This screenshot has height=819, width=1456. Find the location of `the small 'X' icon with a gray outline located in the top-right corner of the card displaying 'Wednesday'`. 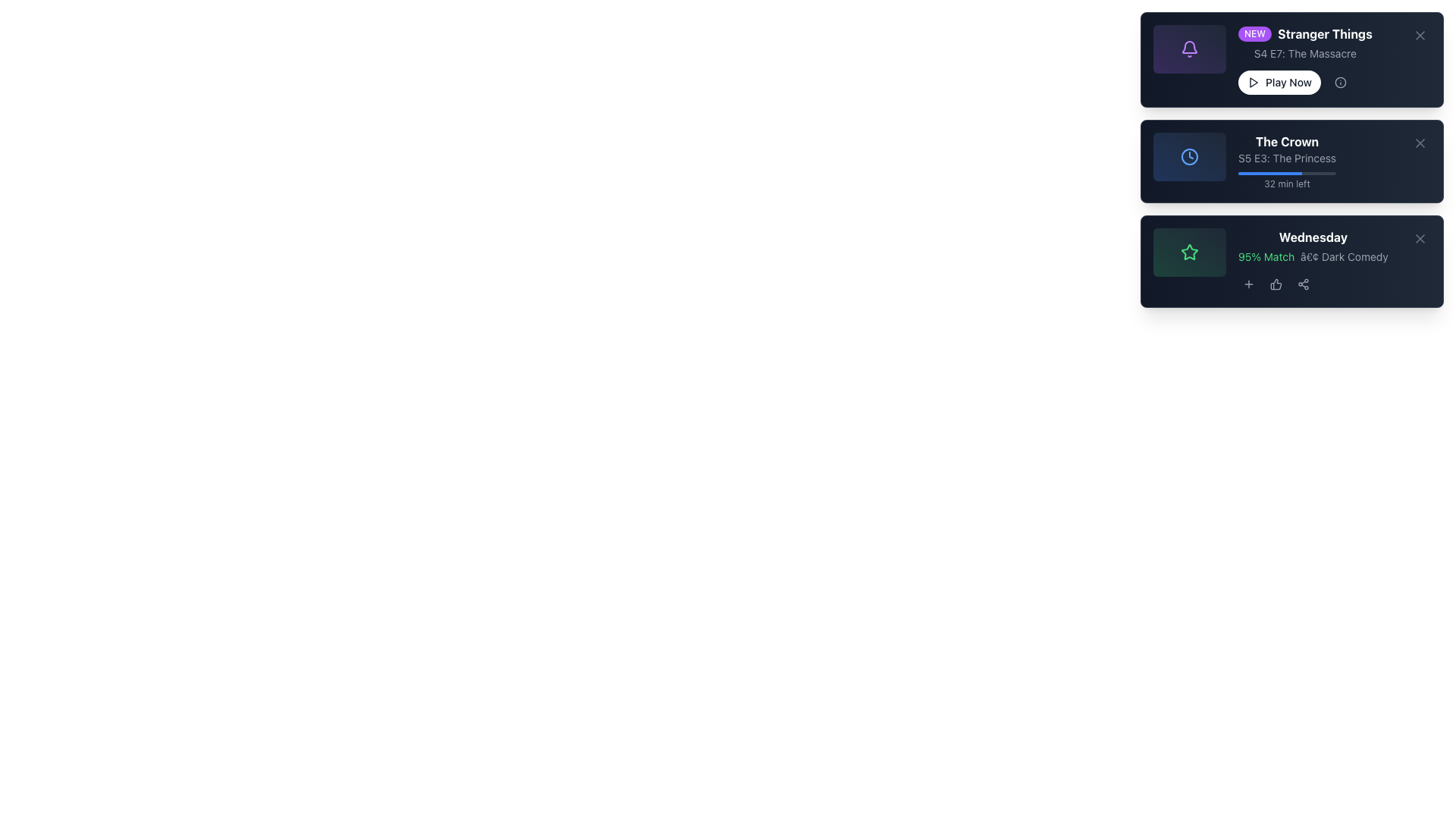

the small 'X' icon with a gray outline located in the top-right corner of the card displaying 'Wednesday' is located at coordinates (1419, 239).